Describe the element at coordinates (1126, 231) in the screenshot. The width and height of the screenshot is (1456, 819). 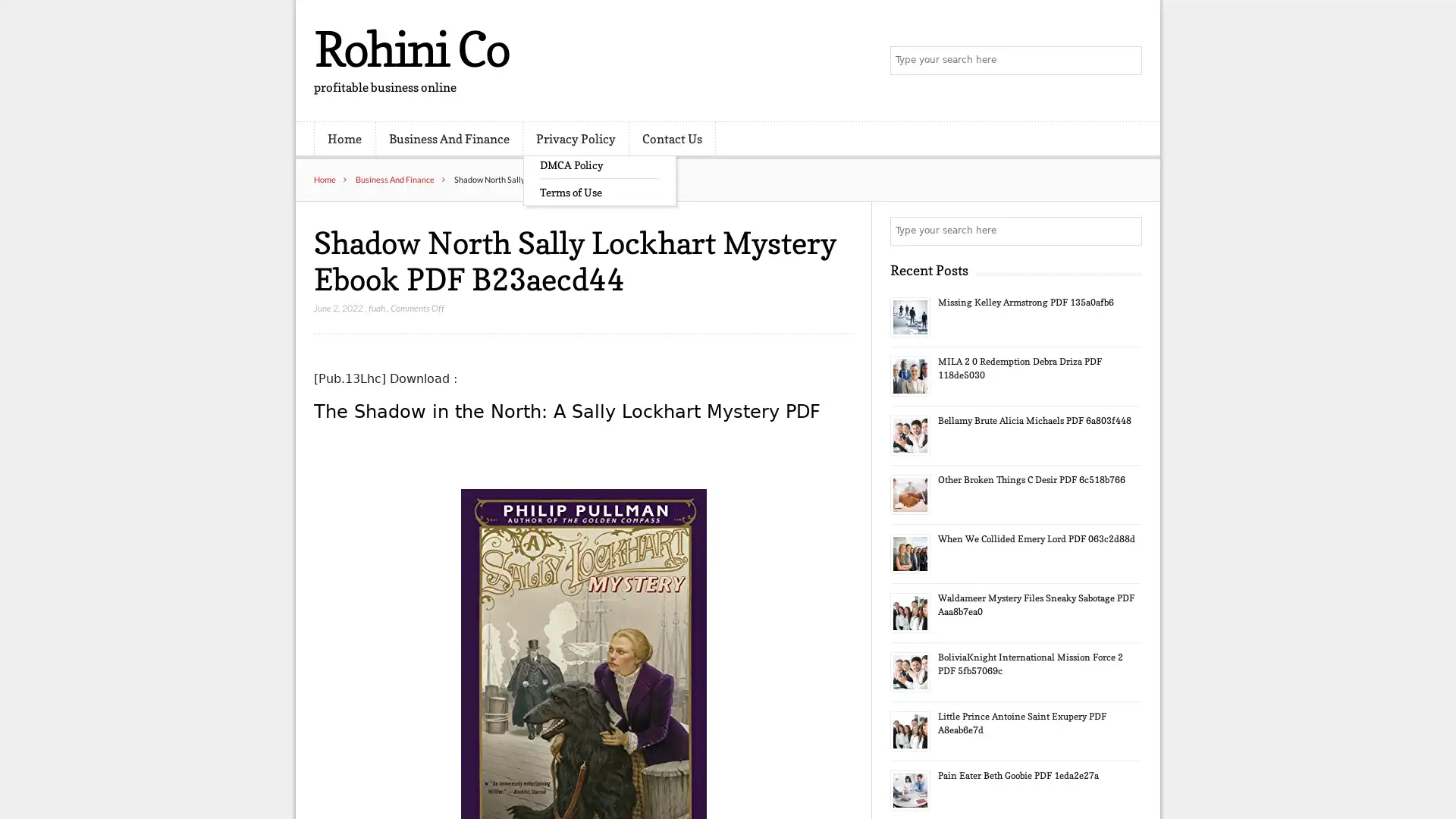
I see `Search` at that location.